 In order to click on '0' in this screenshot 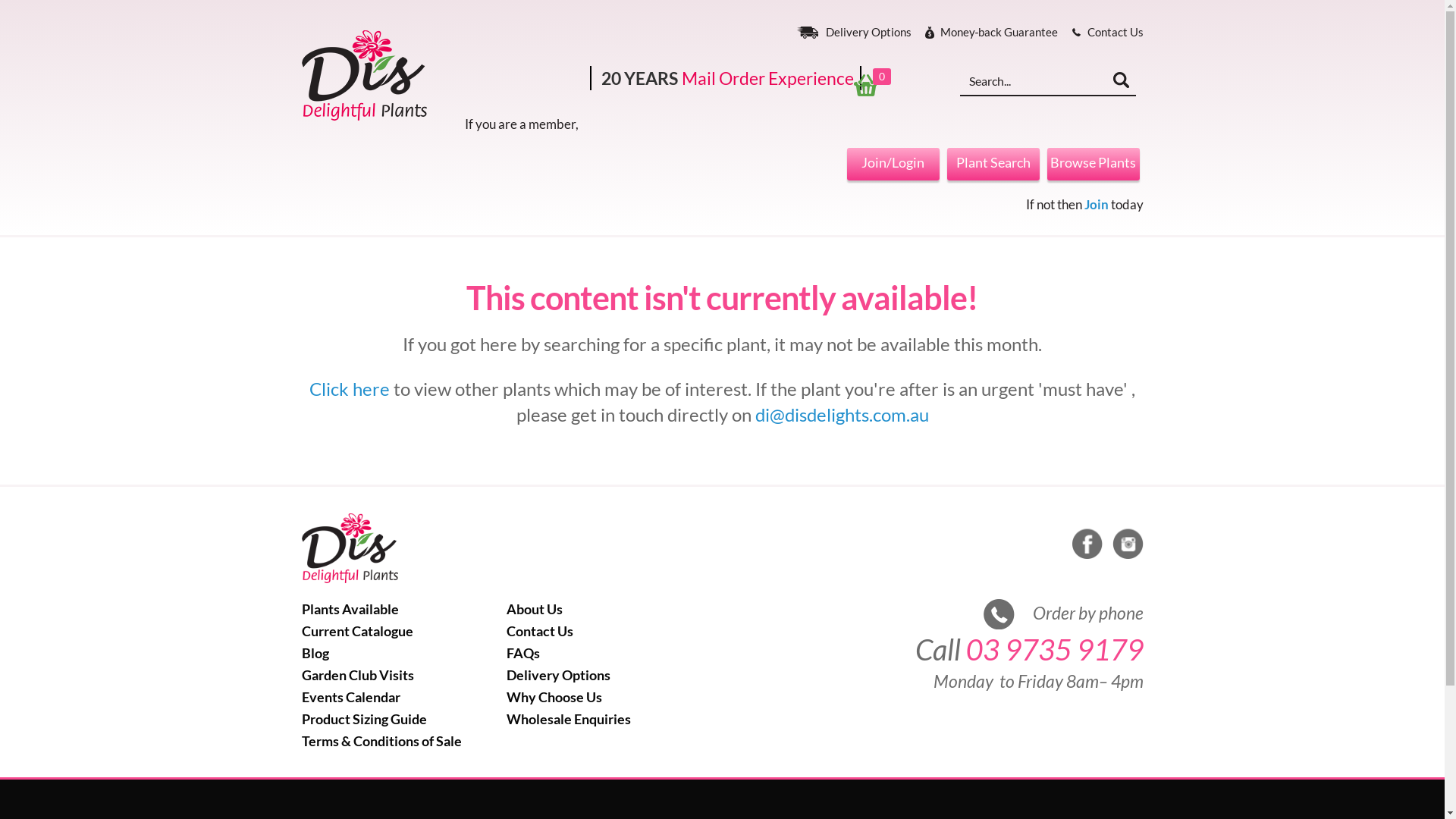, I will do `click(874, 83)`.